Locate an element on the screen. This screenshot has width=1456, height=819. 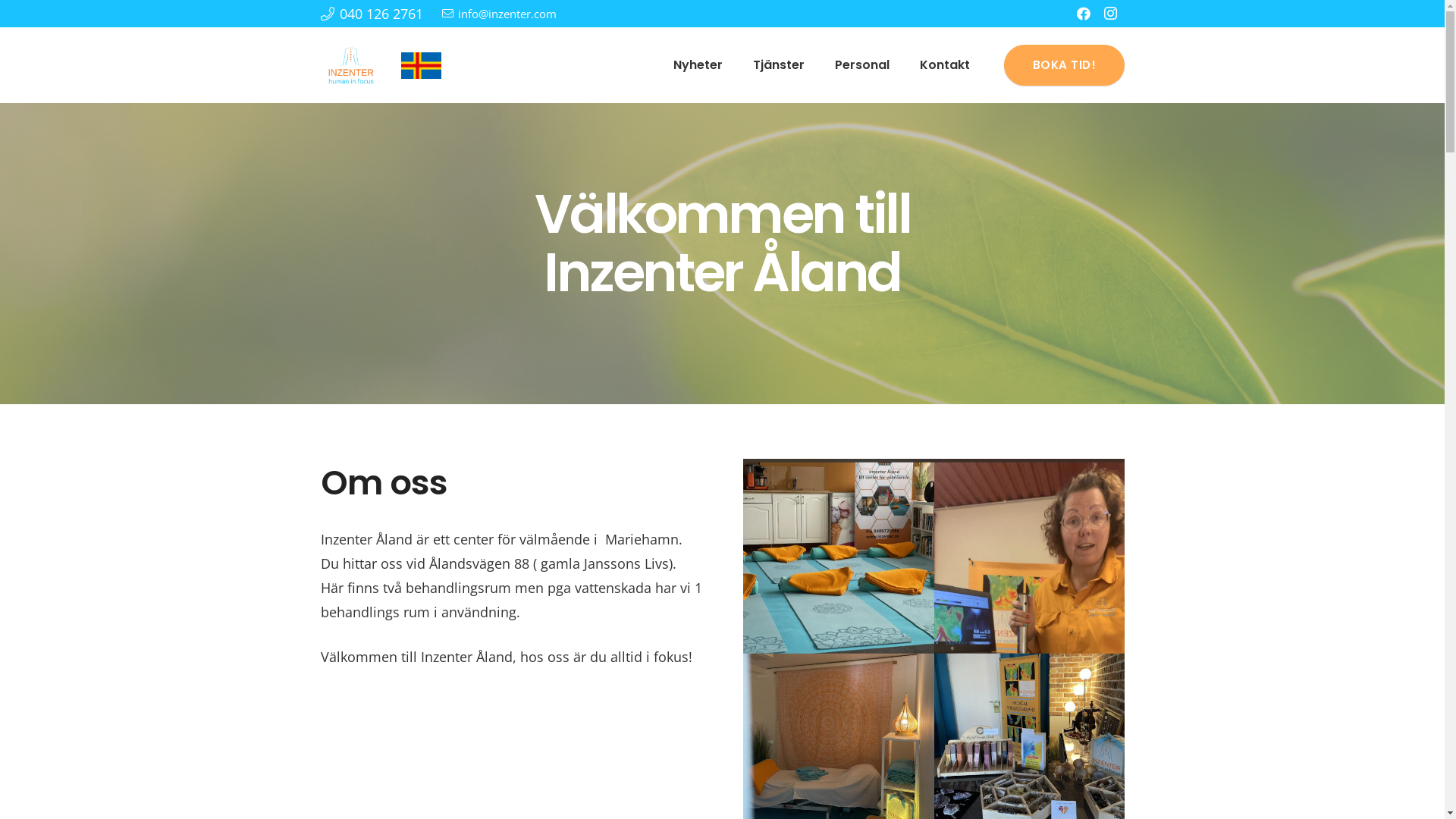
'info@inzenter.com' is located at coordinates (499, 14).